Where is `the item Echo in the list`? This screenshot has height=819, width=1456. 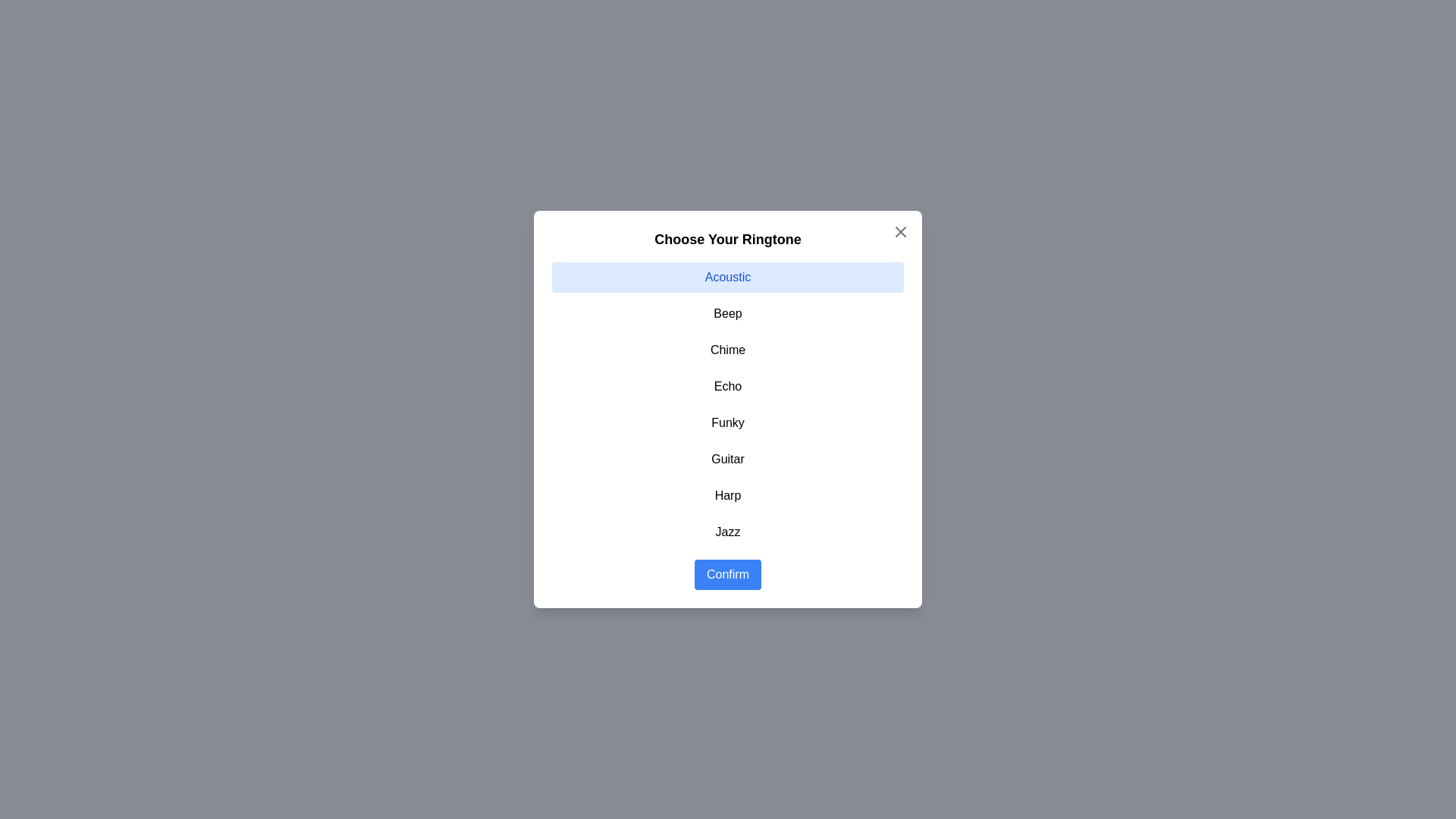 the item Echo in the list is located at coordinates (728, 385).